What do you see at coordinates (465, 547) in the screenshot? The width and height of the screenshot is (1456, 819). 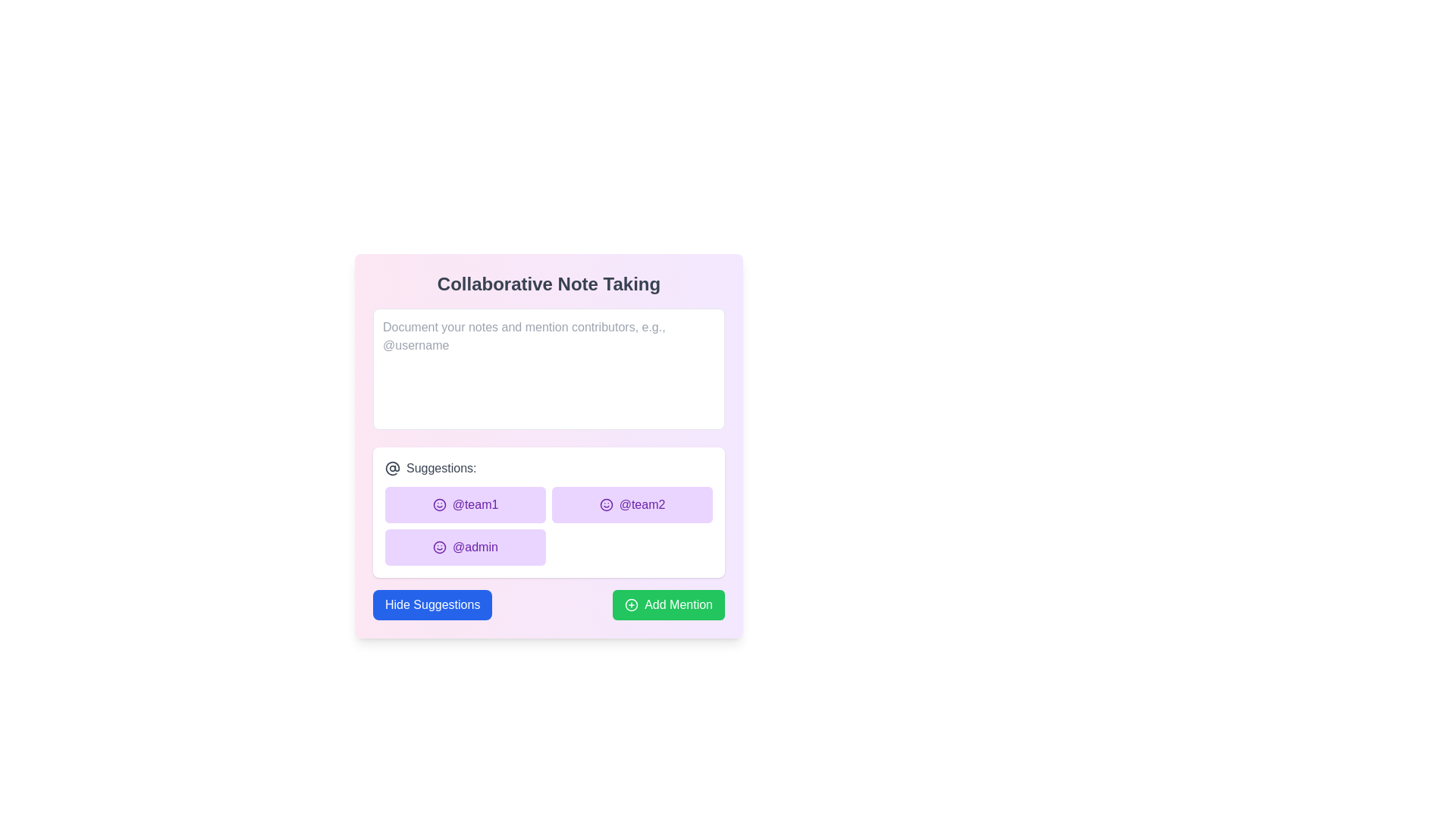 I see `the button in the bottom row of the grid layout, in the left column` at bounding box center [465, 547].